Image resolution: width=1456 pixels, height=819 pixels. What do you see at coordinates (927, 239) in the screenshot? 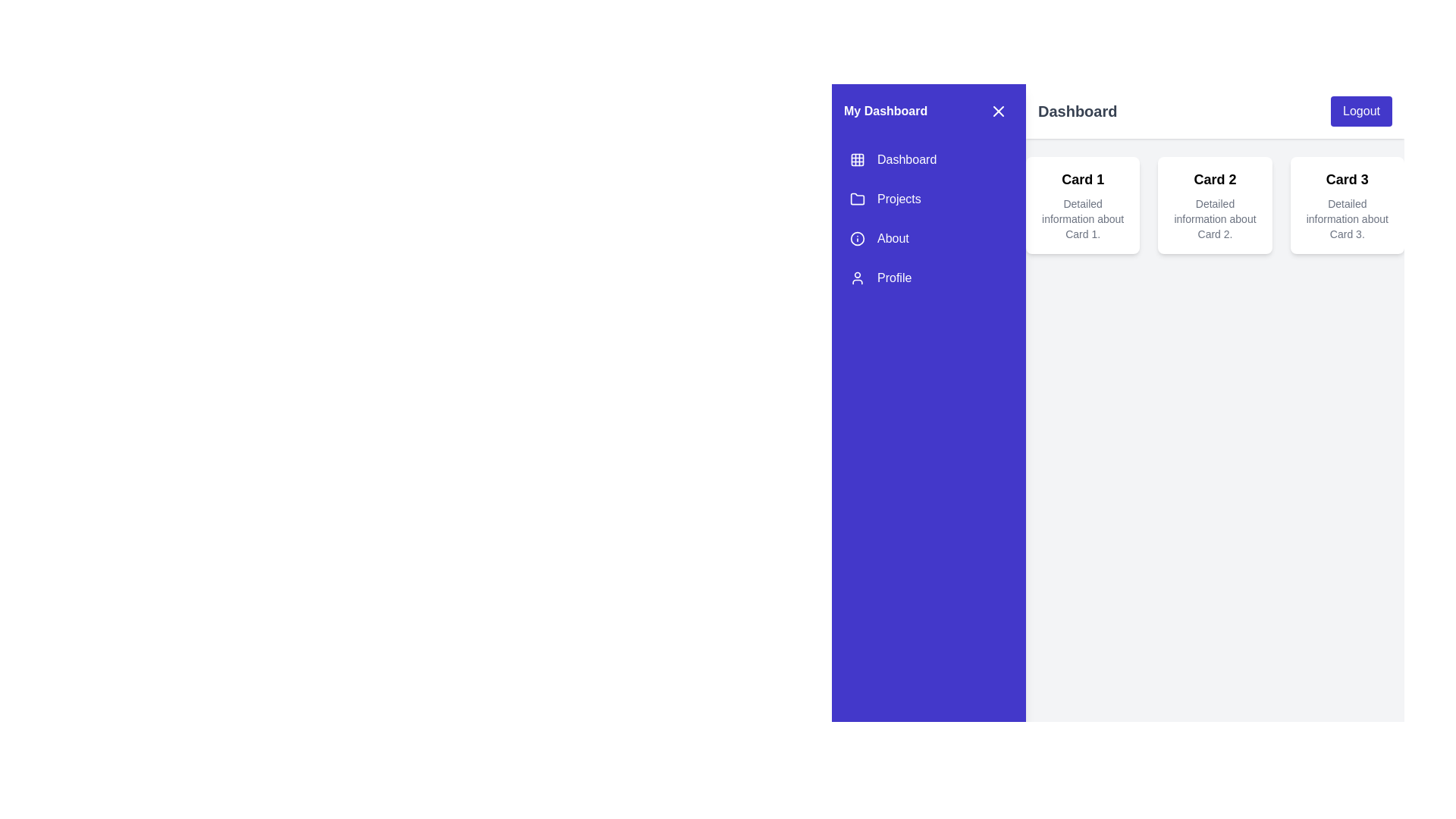
I see `the 'About' button in the vertical navigation menu to change its background color, which is the third option below 'Dashboard' and above 'Profile'` at bounding box center [927, 239].